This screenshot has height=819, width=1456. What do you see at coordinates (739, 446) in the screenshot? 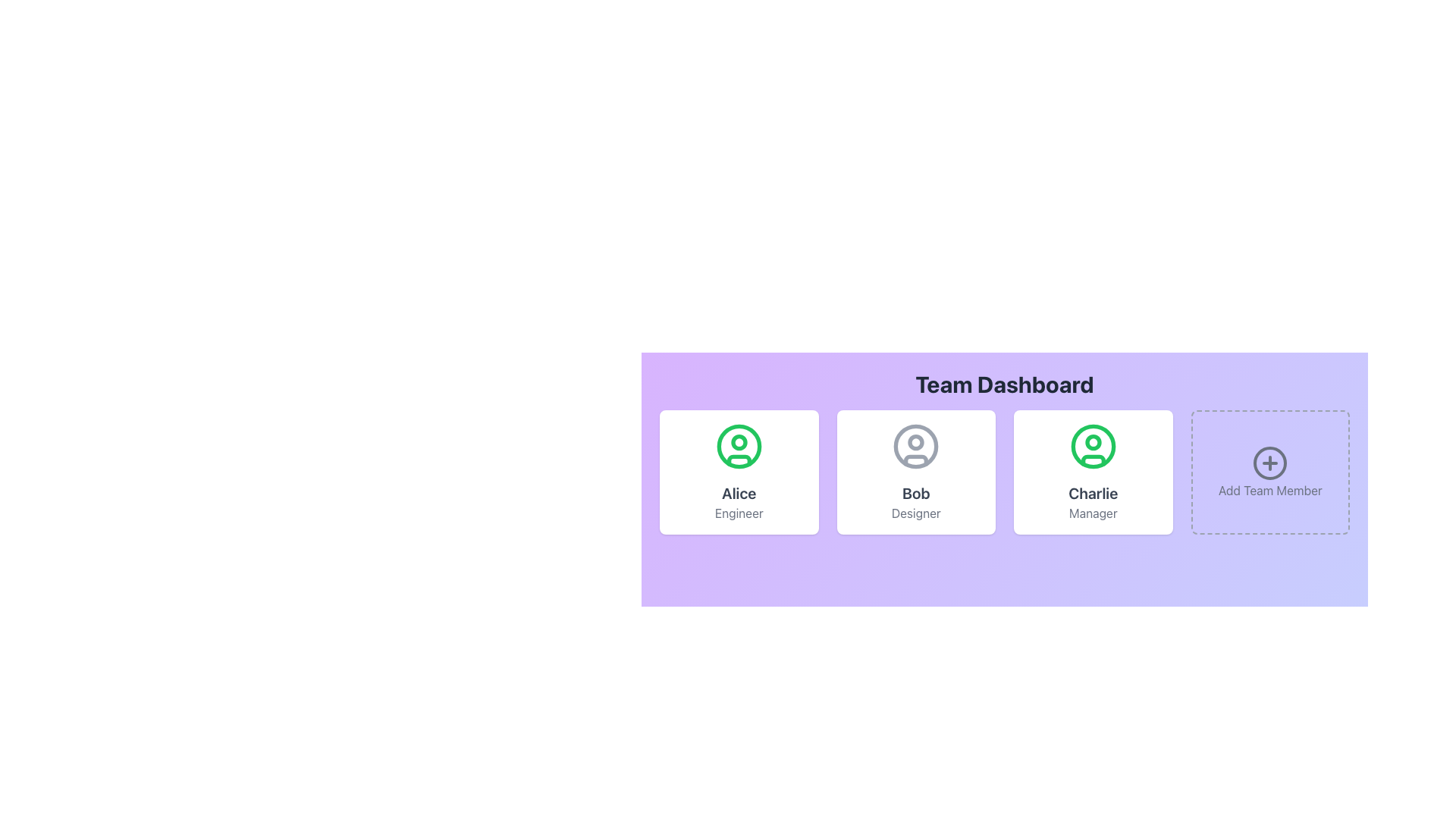
I see `the circular user profile icon with a green outline, which is positioned at the top center of the user card associated with 'Alice' and 'Engineer'` at bounding box center [739, 446].